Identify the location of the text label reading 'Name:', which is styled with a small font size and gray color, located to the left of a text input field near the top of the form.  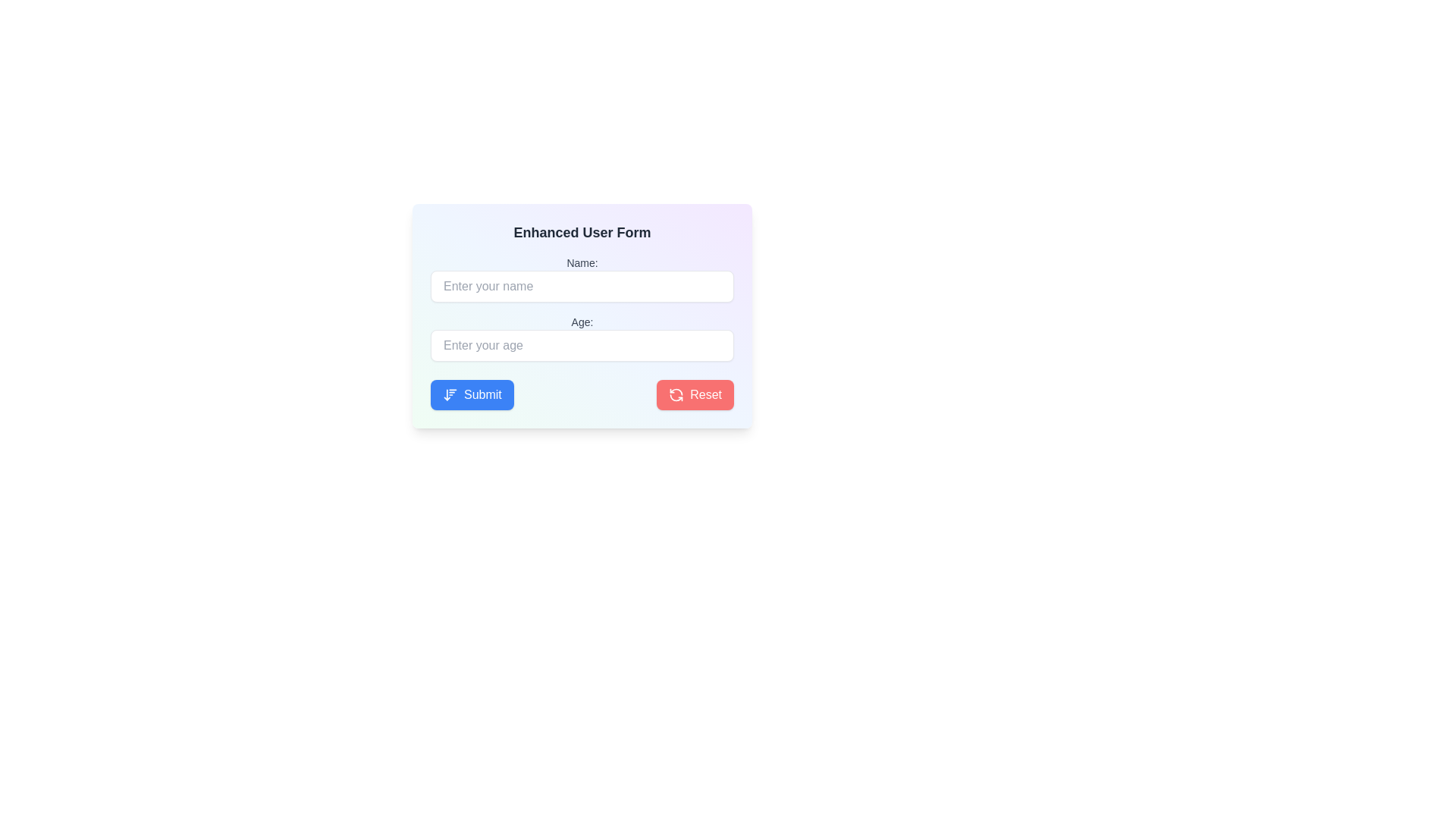
(582, 262).